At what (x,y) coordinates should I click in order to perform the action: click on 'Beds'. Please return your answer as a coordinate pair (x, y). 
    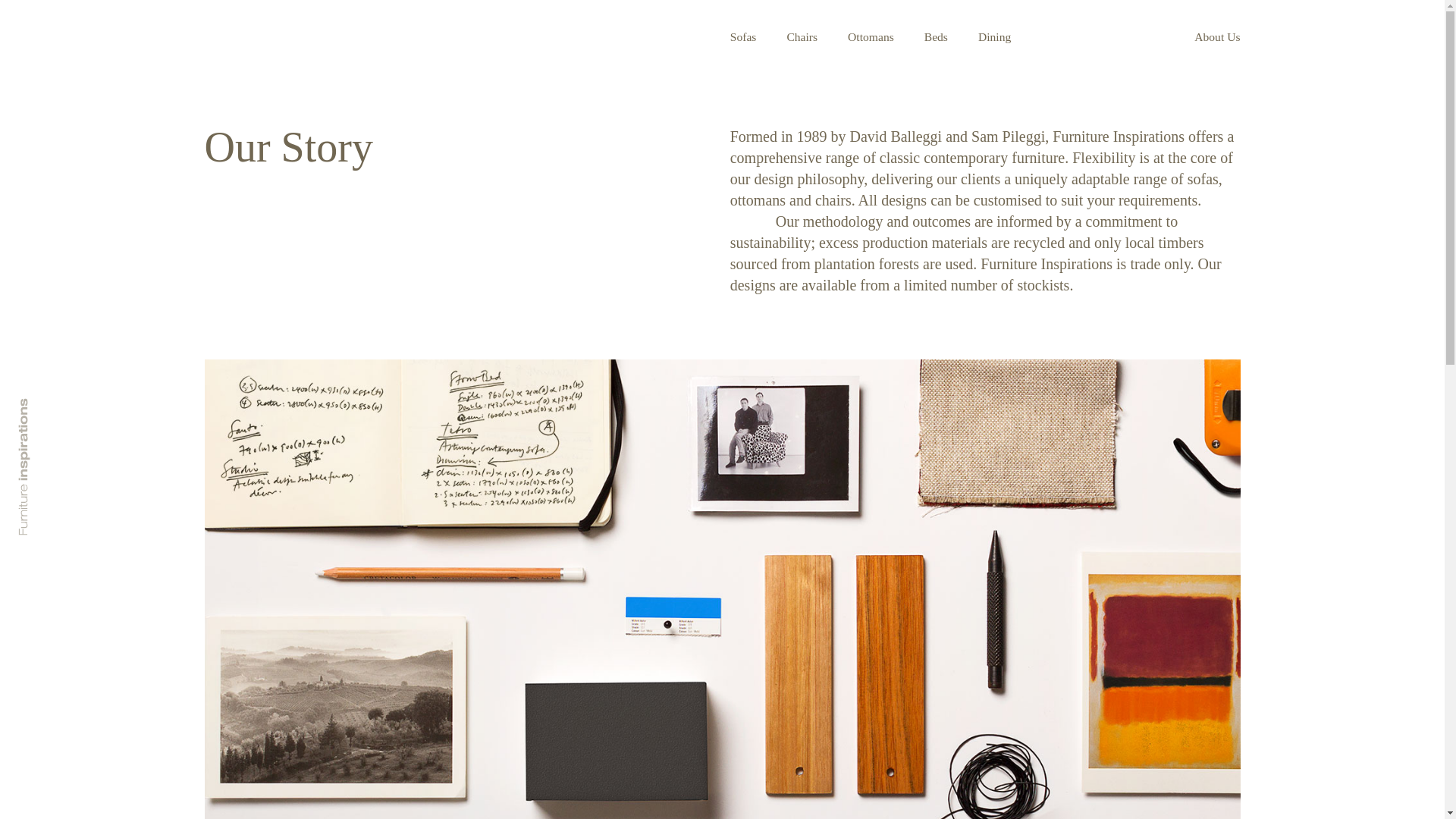
    Looking at the image, I should click on (935, 36).